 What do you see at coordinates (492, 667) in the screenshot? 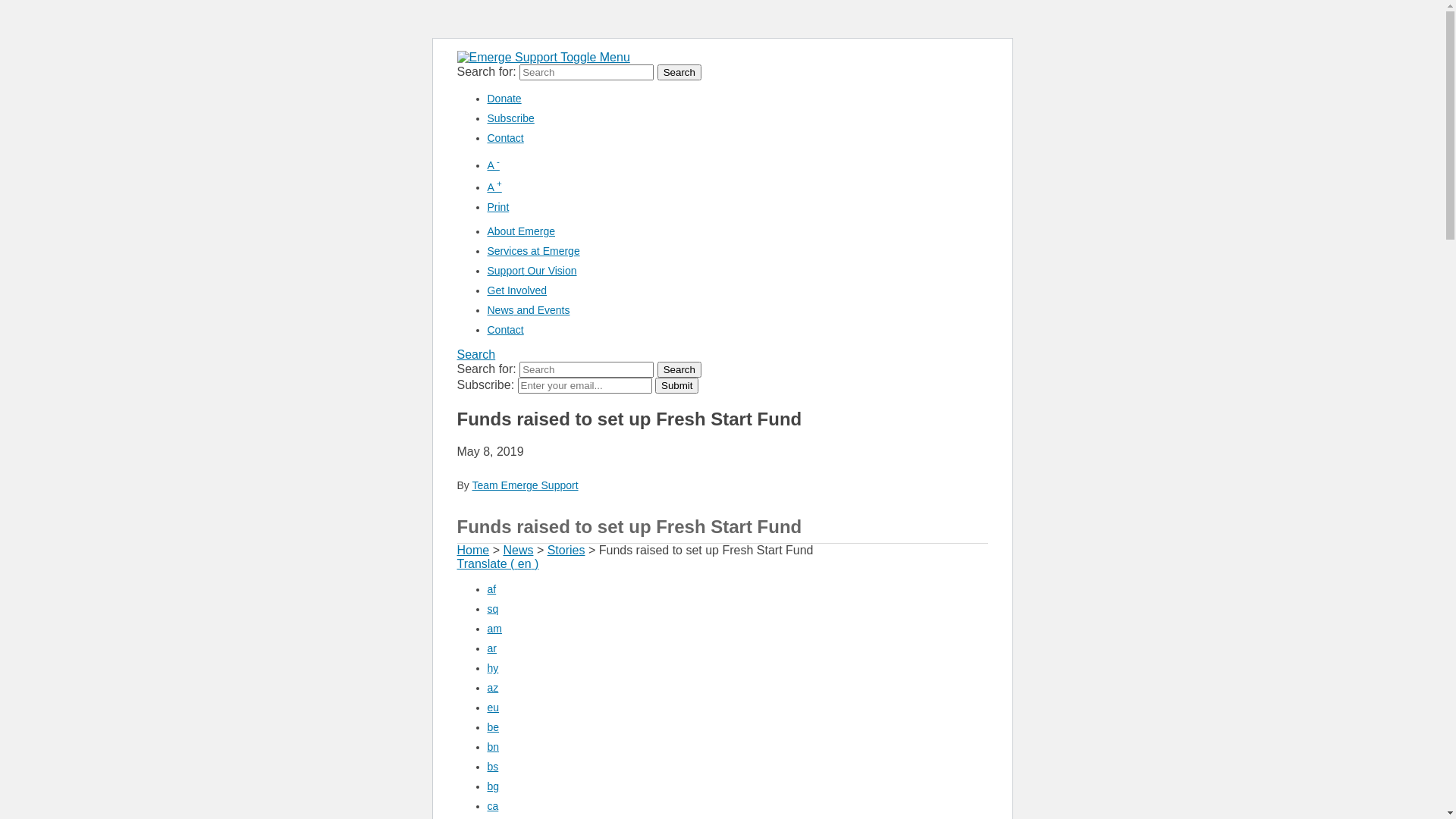
I see `'hy'` at bounding box center [492, 667].